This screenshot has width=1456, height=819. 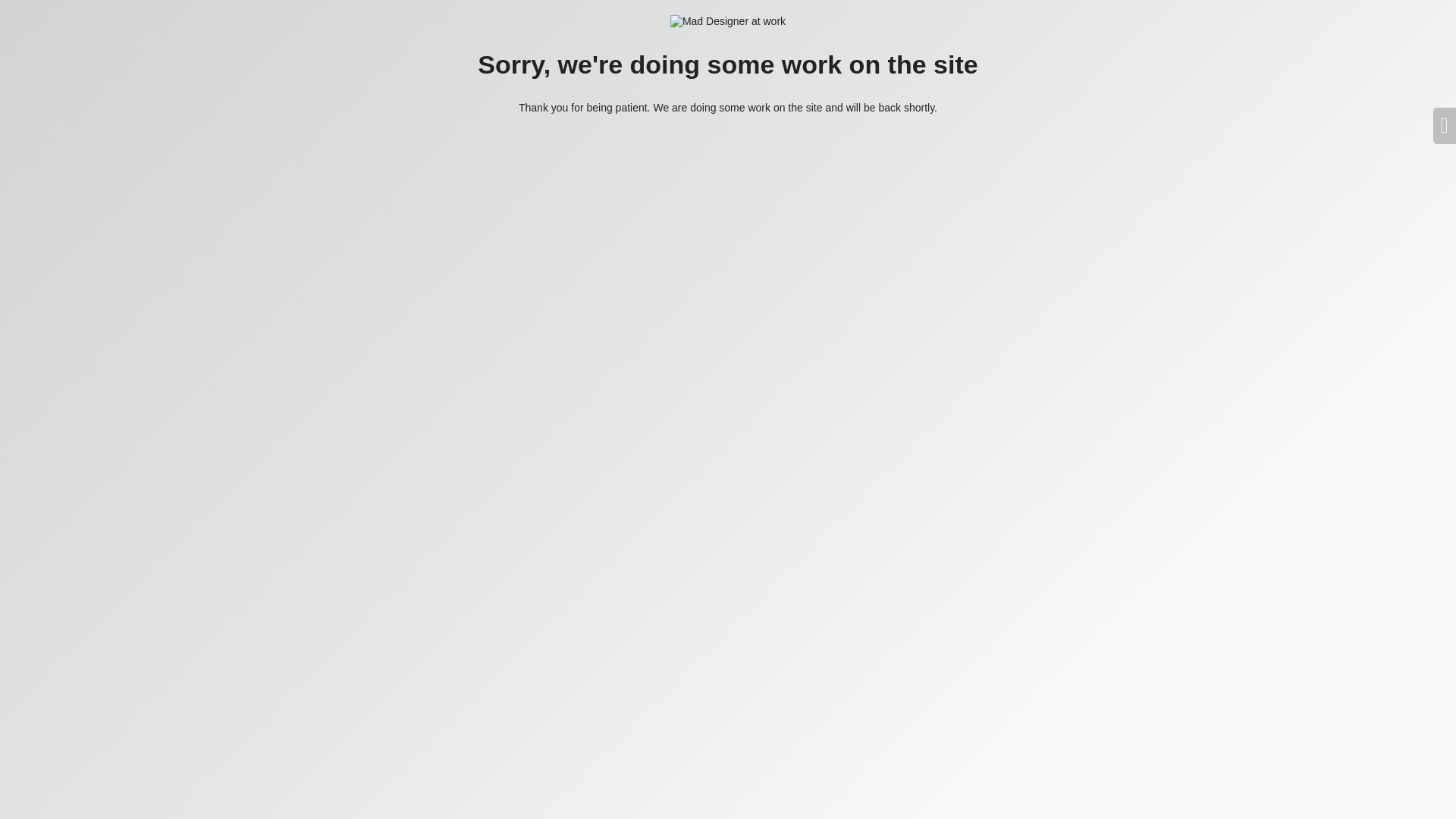 I want to click on 'Mad Designer at work', so click(x=728, y=21).